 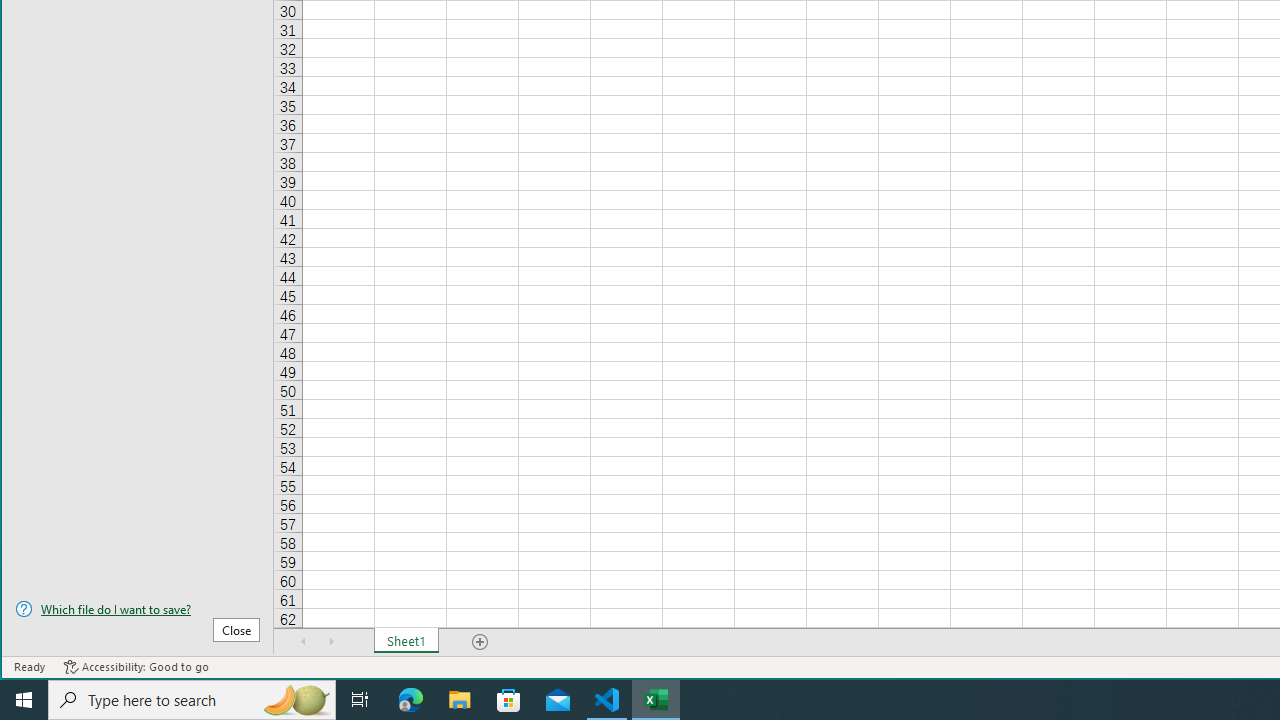 I want to click on 'Visual Studio Code - 1 running window', so click(x=606, y=698).